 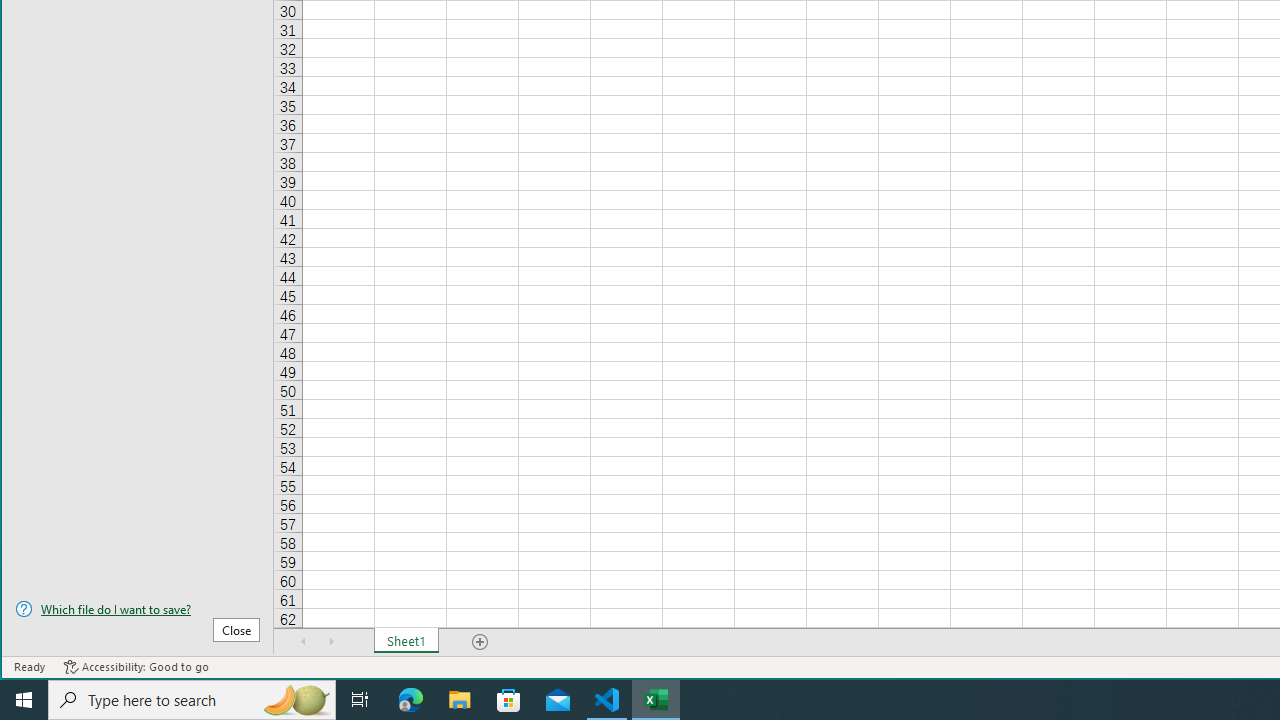 I want to click on 'Visual Studio Code - 1 running window', so click(x=606, y=698).